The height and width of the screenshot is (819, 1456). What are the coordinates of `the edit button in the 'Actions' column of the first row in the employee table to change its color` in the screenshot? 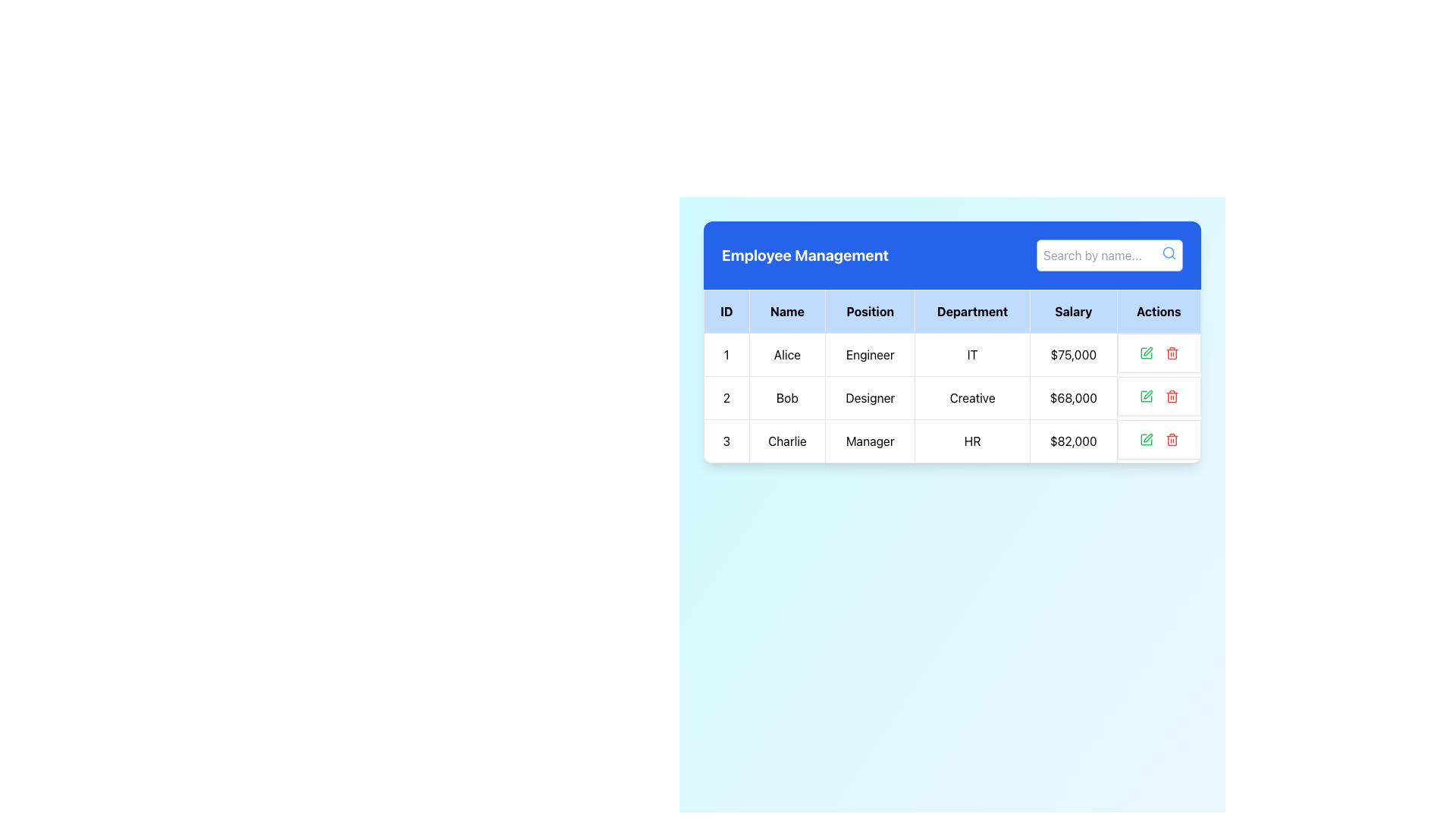 It's located at (1146, 439).